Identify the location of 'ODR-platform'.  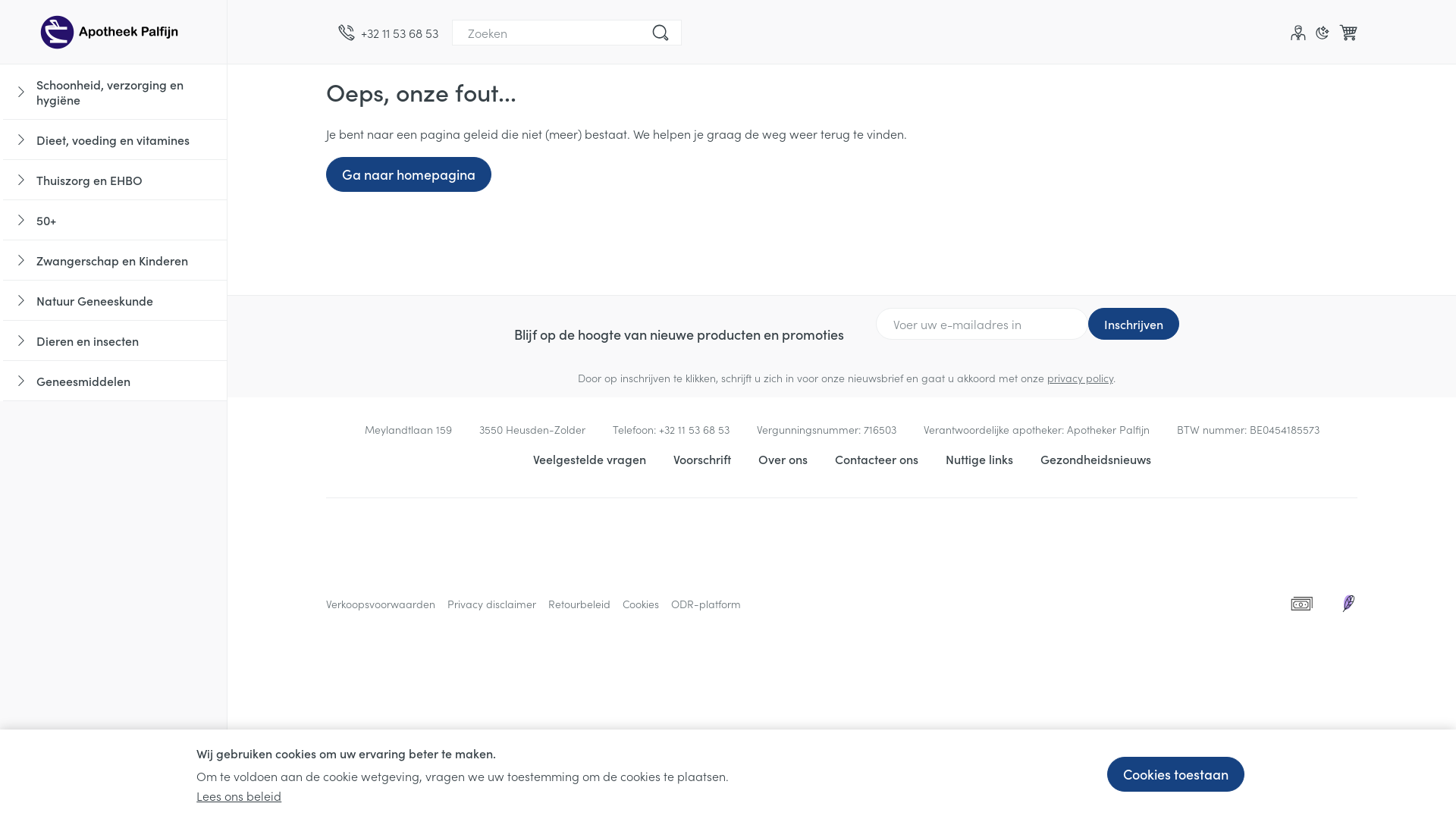
(670, 602).